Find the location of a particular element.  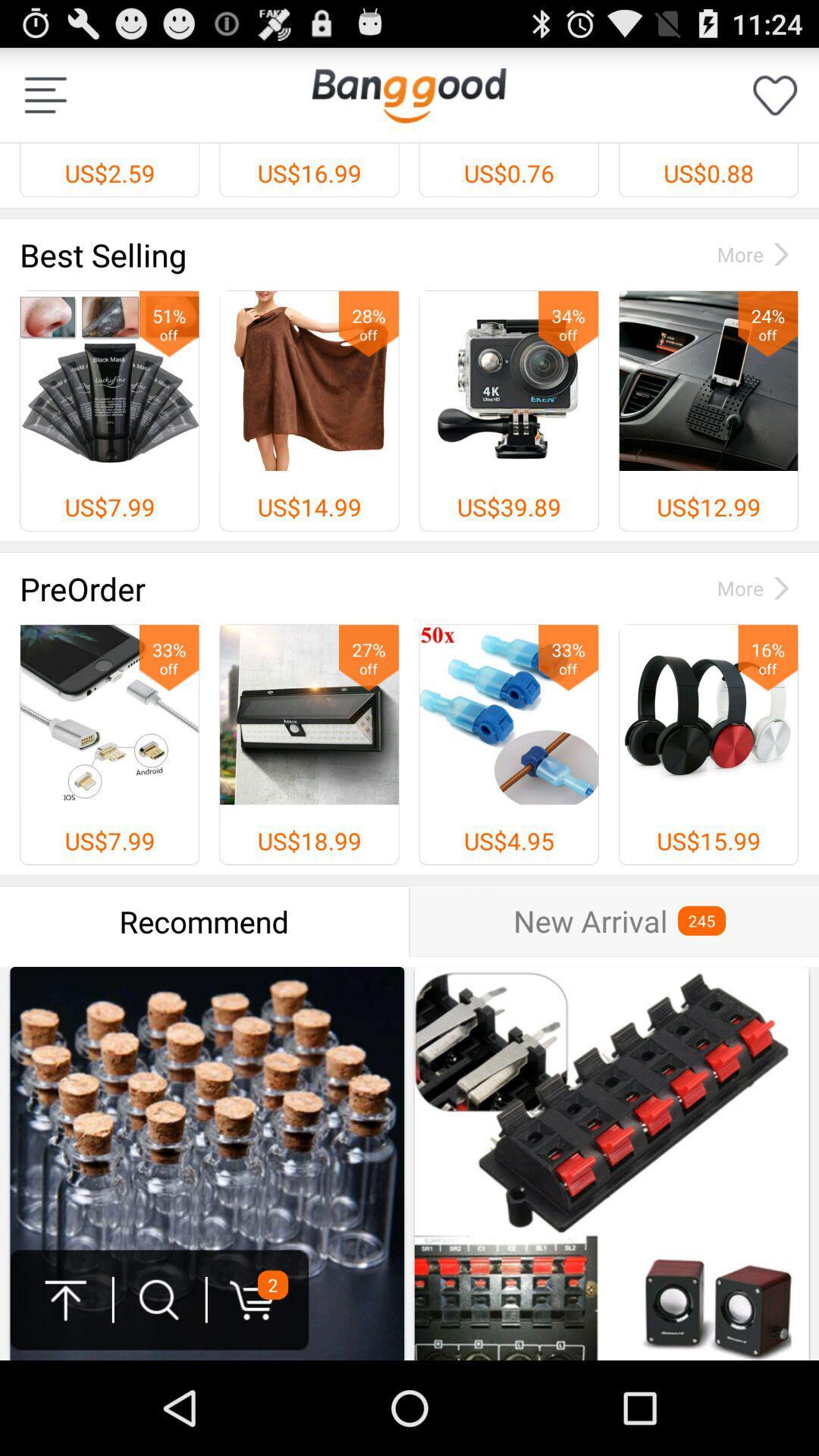

the app to the left of us$0.88 is located at coordinates (408, 94).